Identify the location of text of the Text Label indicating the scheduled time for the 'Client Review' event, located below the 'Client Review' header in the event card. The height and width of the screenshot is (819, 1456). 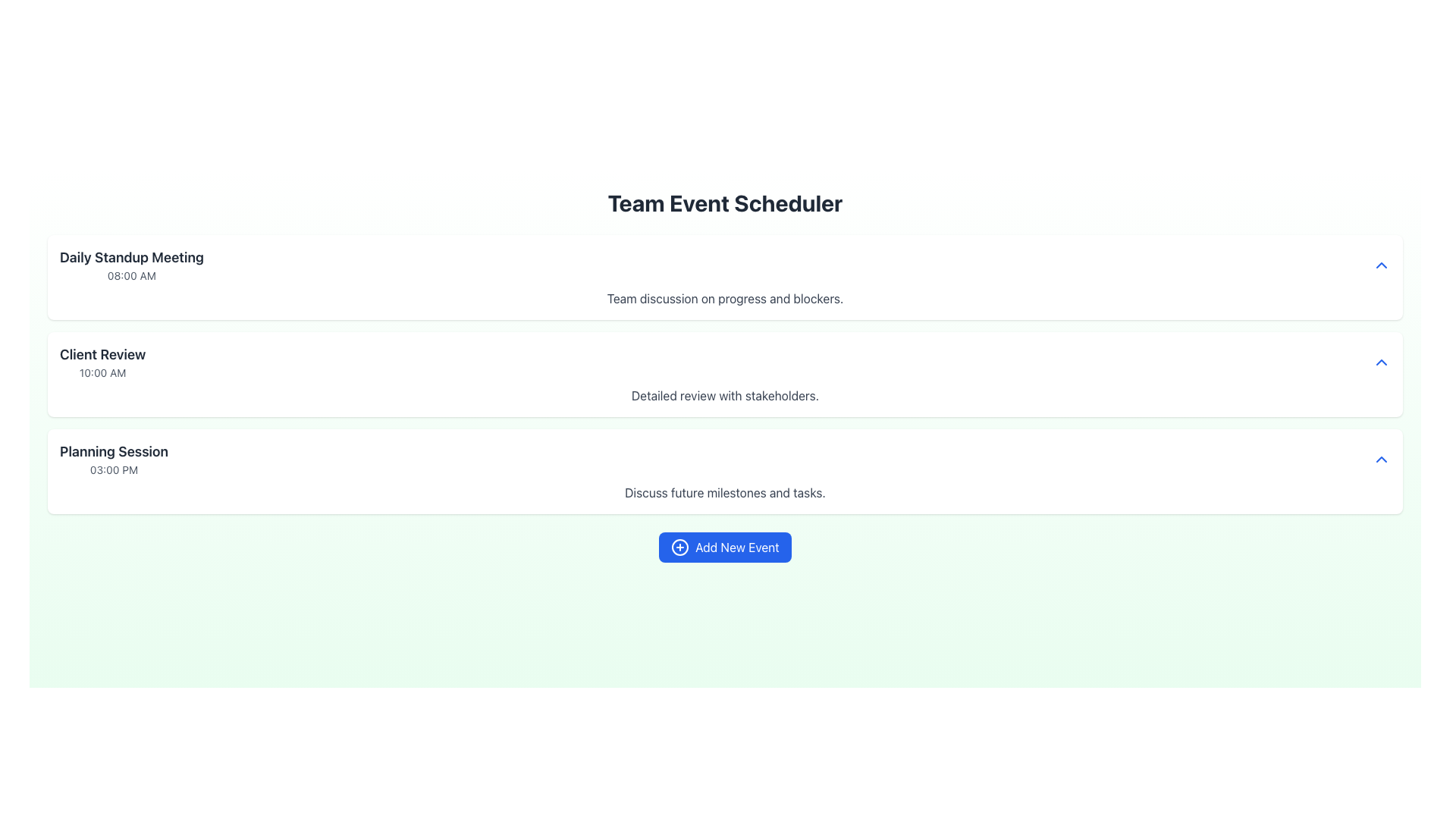
(102, 373).